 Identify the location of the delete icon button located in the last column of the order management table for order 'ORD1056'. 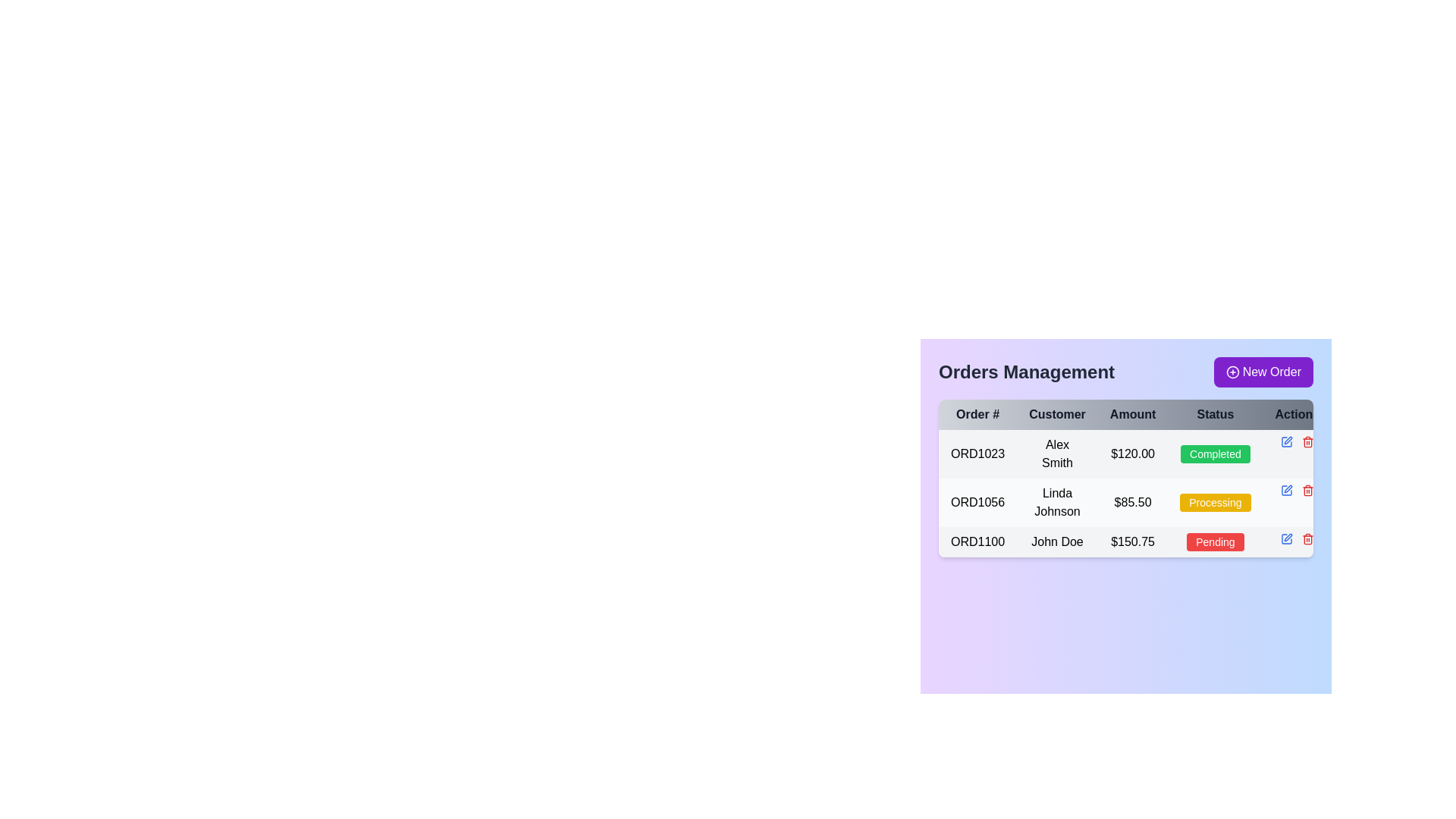
(1307, 491).